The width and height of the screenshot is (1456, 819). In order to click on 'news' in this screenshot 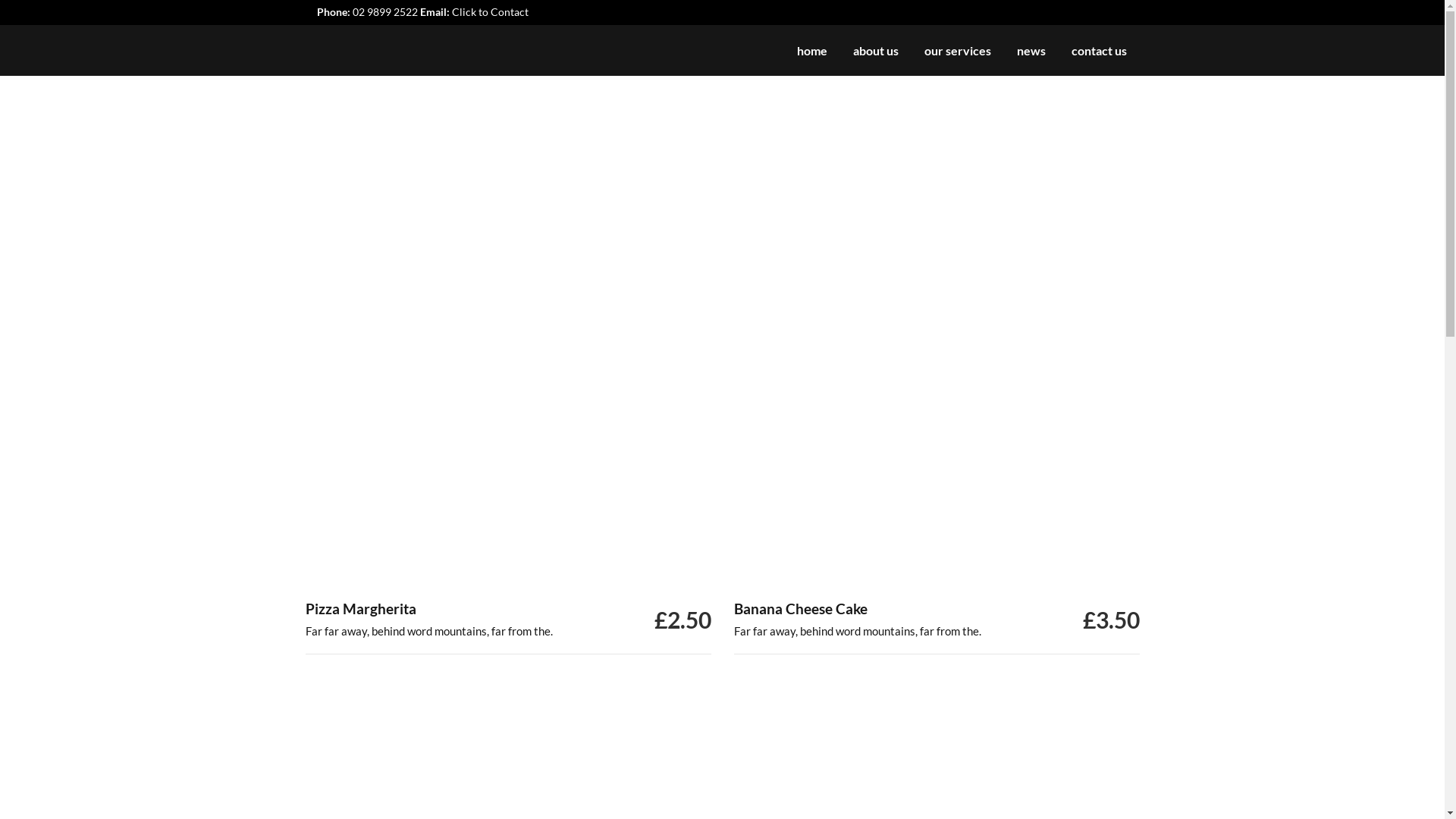, I will do `click(1031, 49)`.